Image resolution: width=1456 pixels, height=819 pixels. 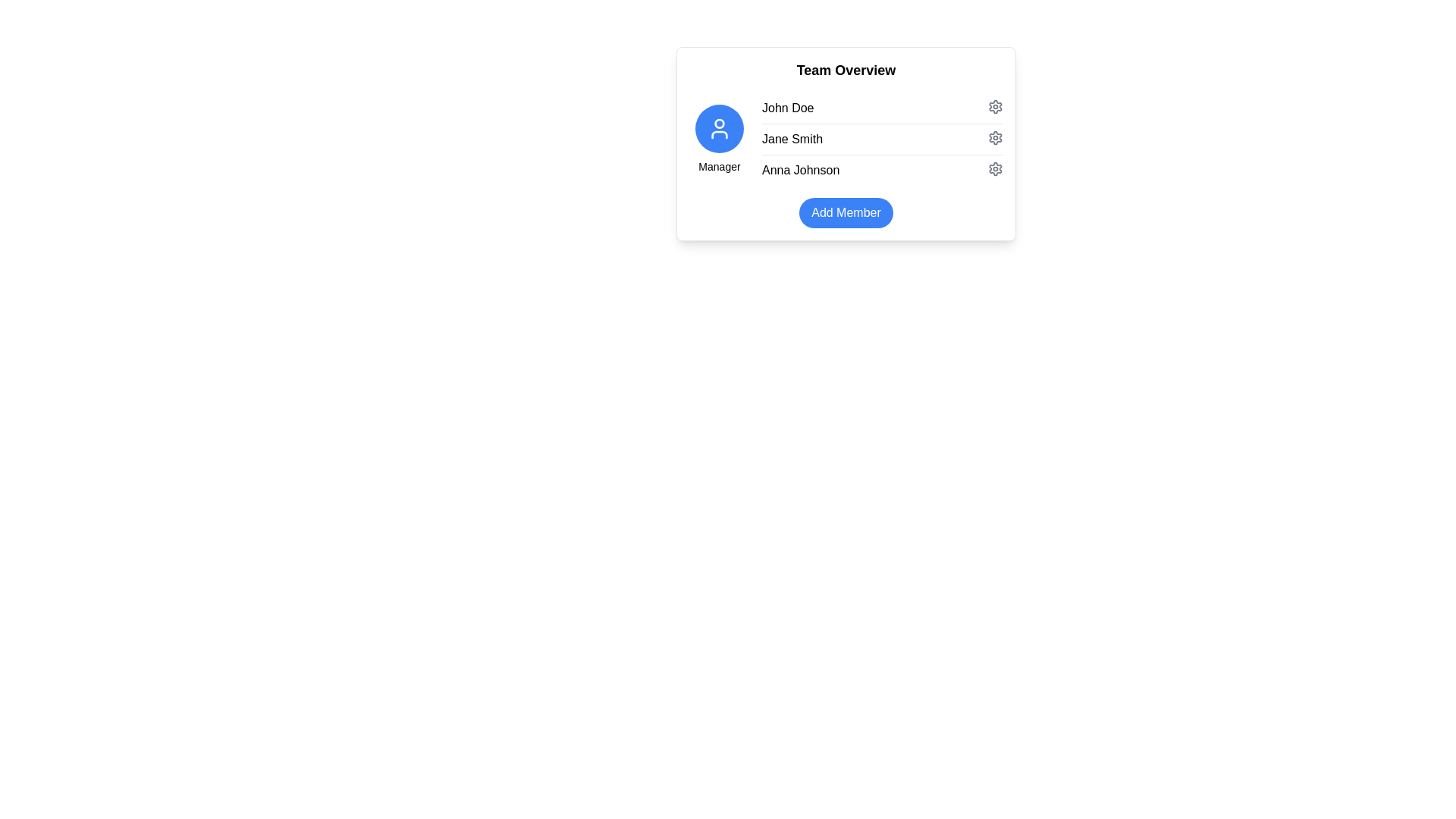 What do you see at coordinates (719, 166) in the screenshot?
I see `the text label that says 'Manager', which is styled with a small font and centered alignment, located below a rounded blue user icon` at bounding box center [719, 166].